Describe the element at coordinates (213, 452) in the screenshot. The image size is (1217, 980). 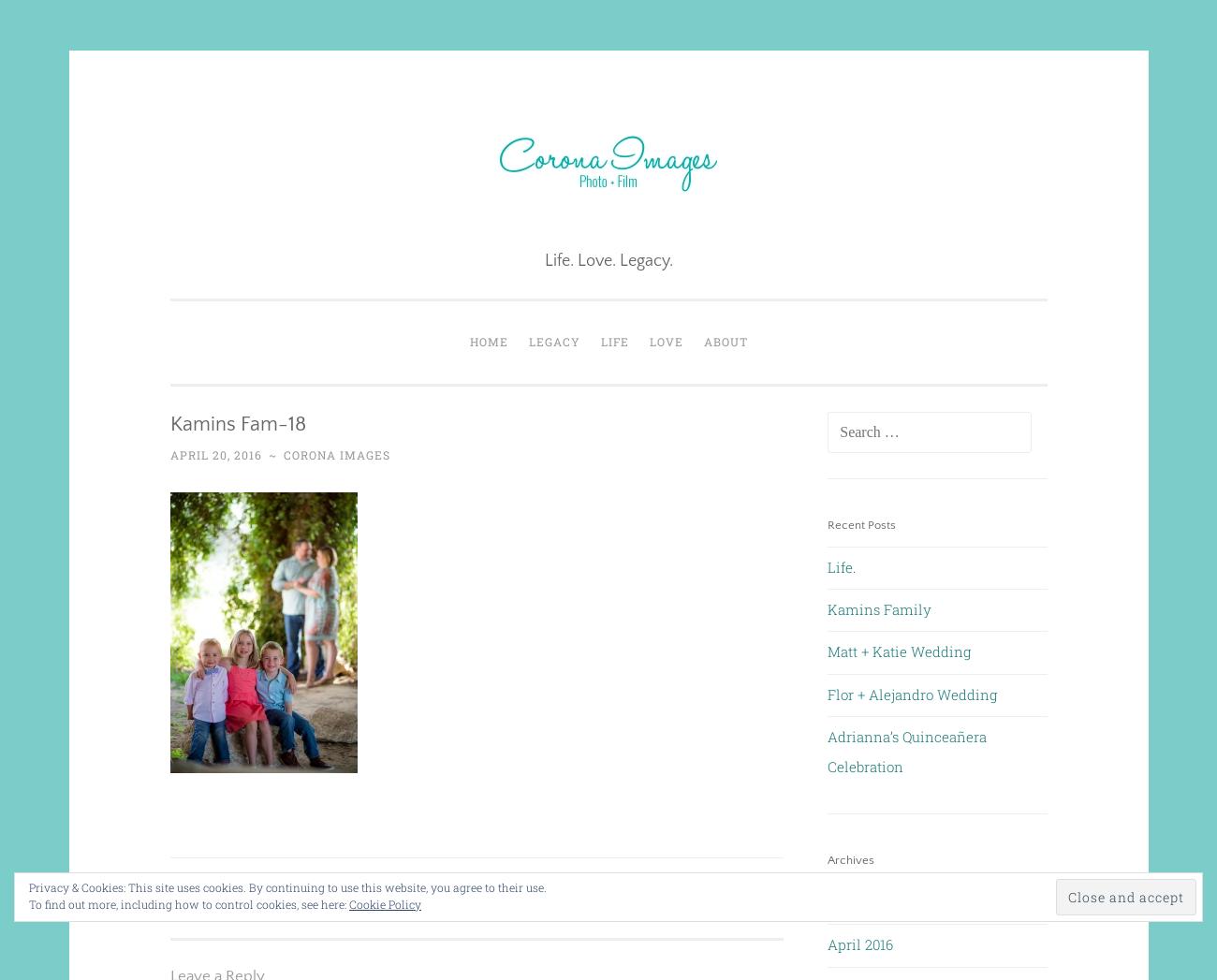
I see `'April 20, 2016'` at that location.